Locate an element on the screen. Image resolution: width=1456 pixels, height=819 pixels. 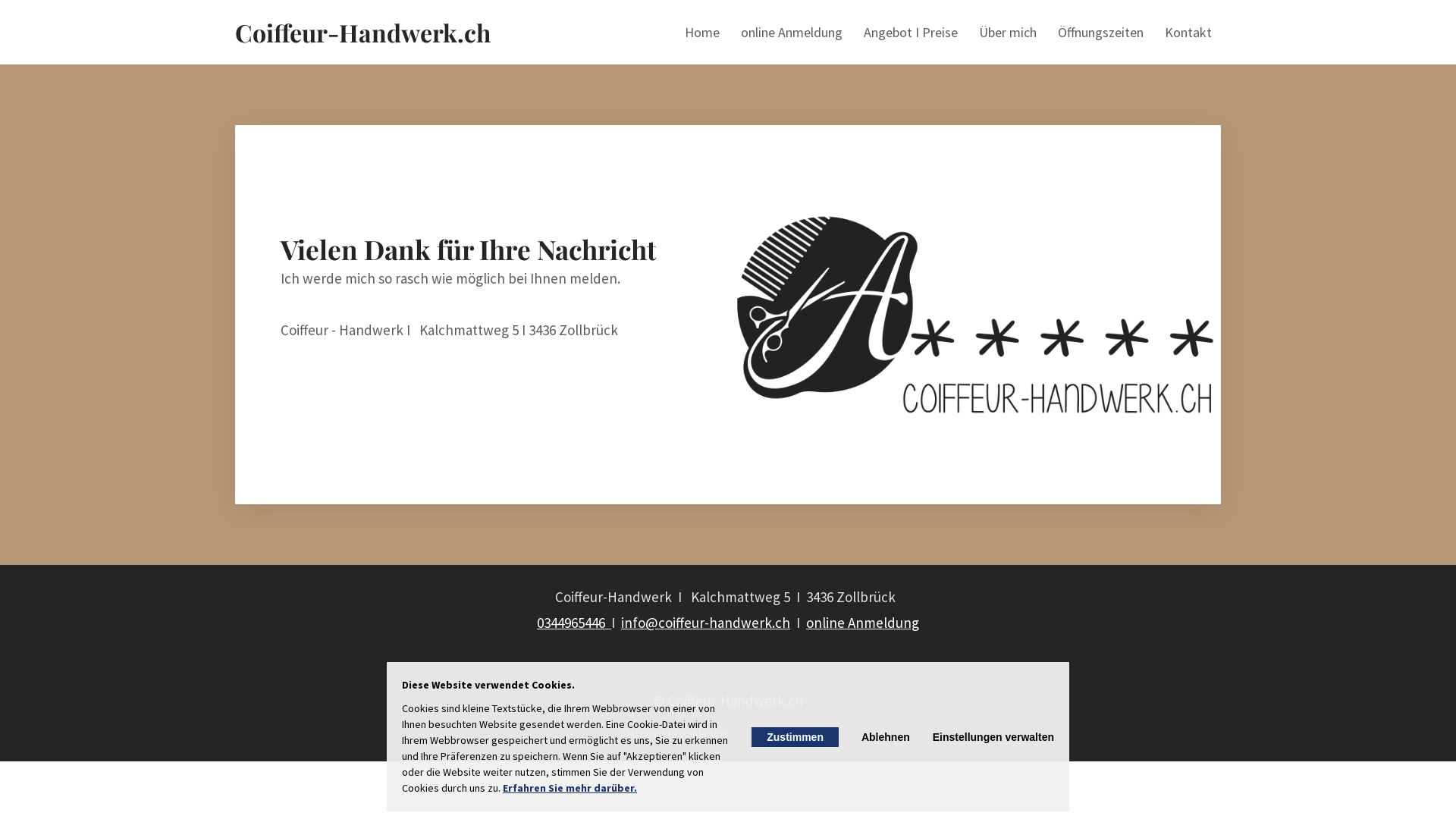
'Kontakt' is located at coordinates (1154, 32).